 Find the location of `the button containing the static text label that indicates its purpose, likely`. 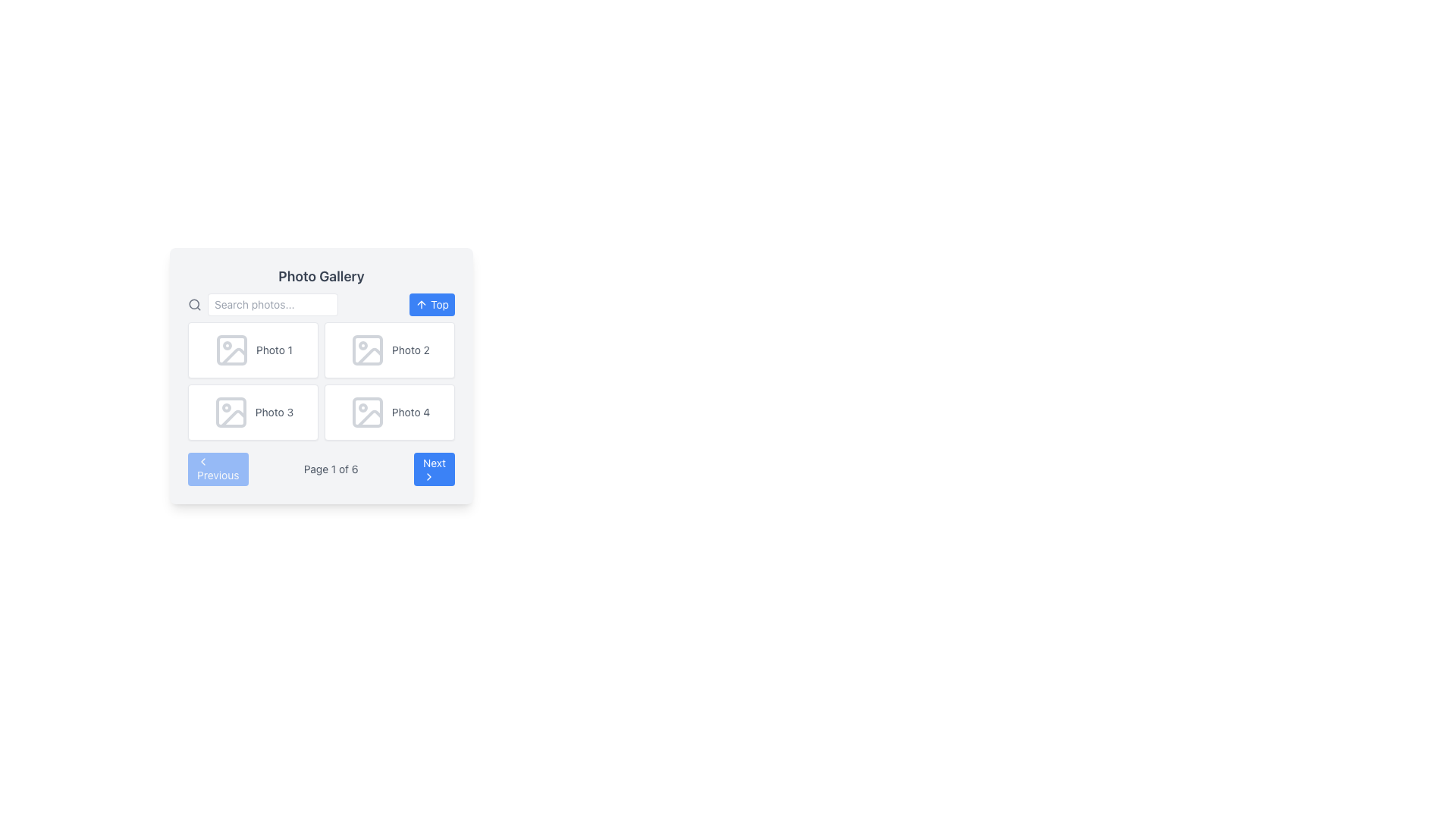

the button containing the static text label that indicates its purpose, likely is located at coordinates (439, 304).